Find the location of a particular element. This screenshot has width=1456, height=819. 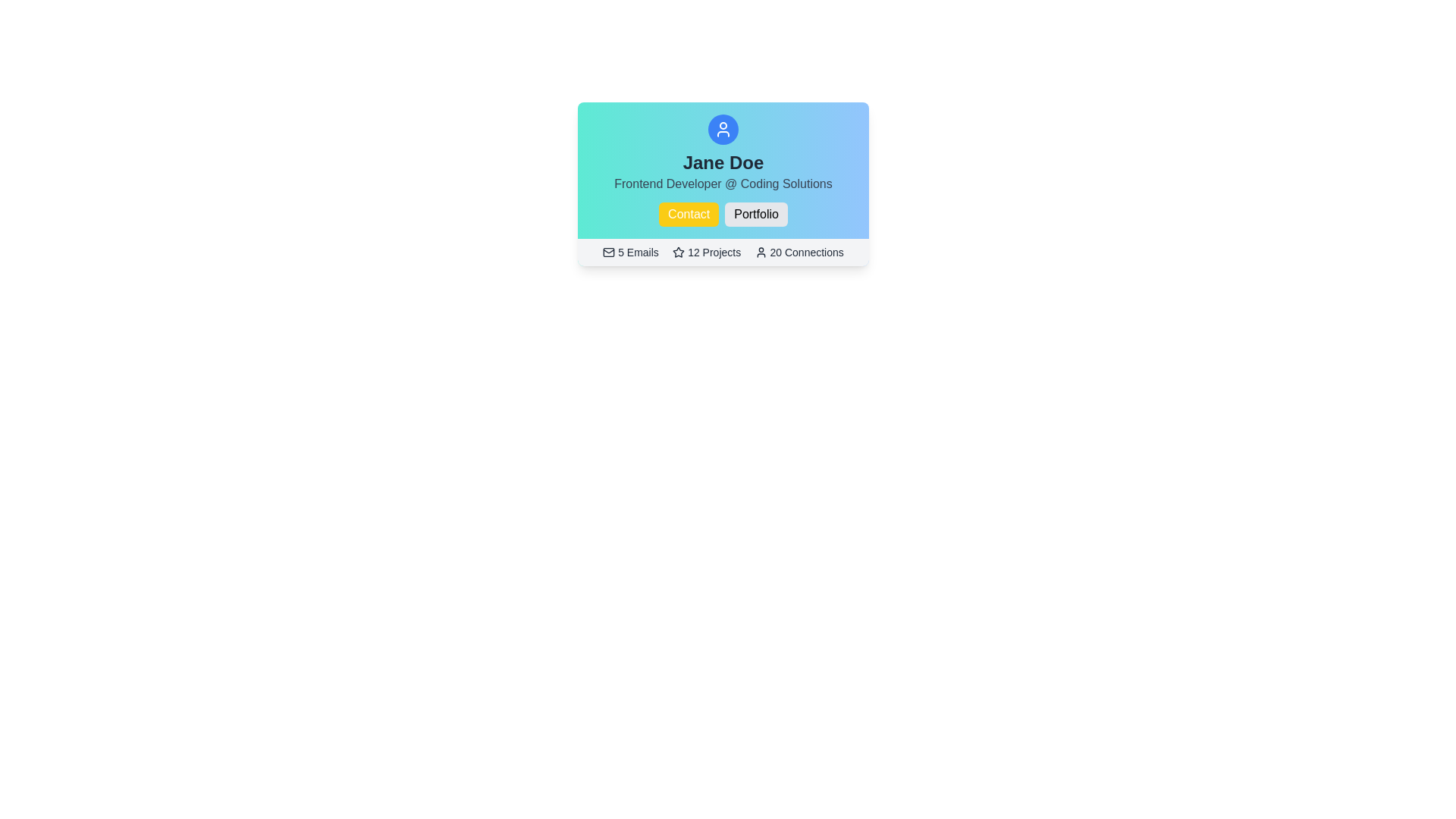

the Label with an icon that indicates the number of connections, located as the third element in a row of three, to the far right of the card, below the name and role section is located at coordinates (799, 251).